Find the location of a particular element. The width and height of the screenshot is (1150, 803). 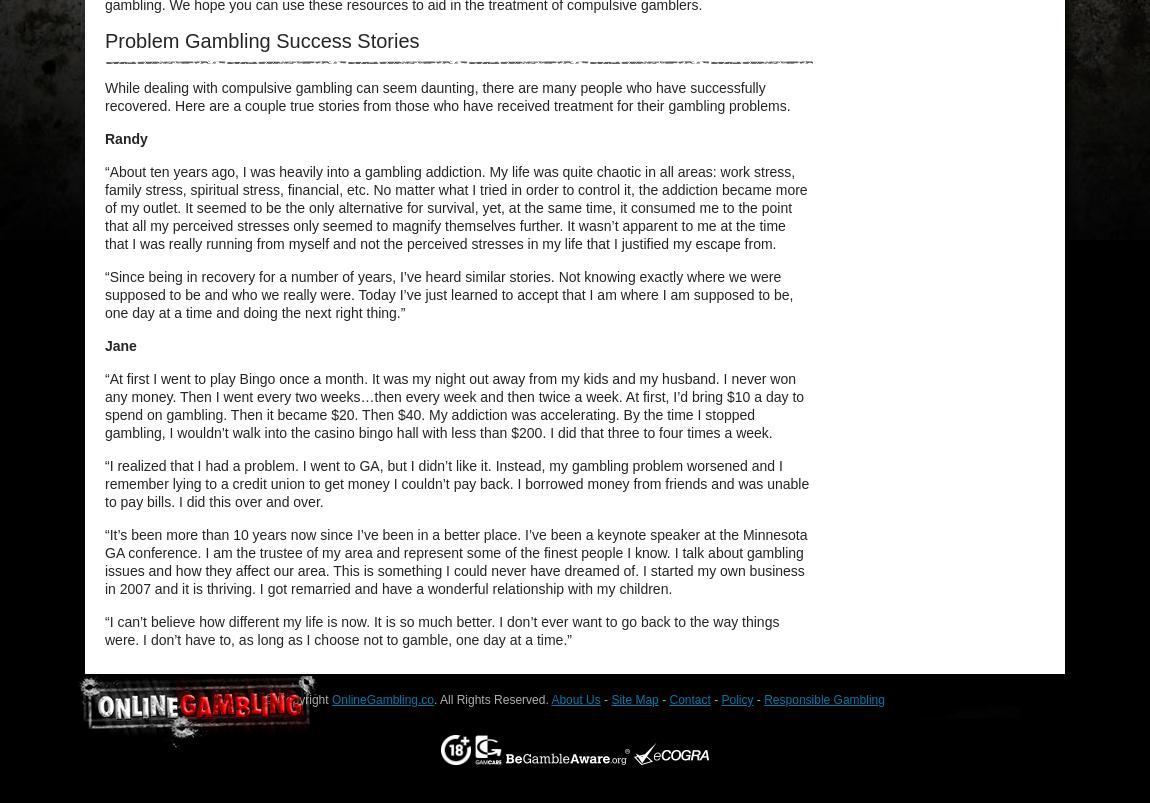

'Responsible Gambling' is located at coordinates (762, 698).